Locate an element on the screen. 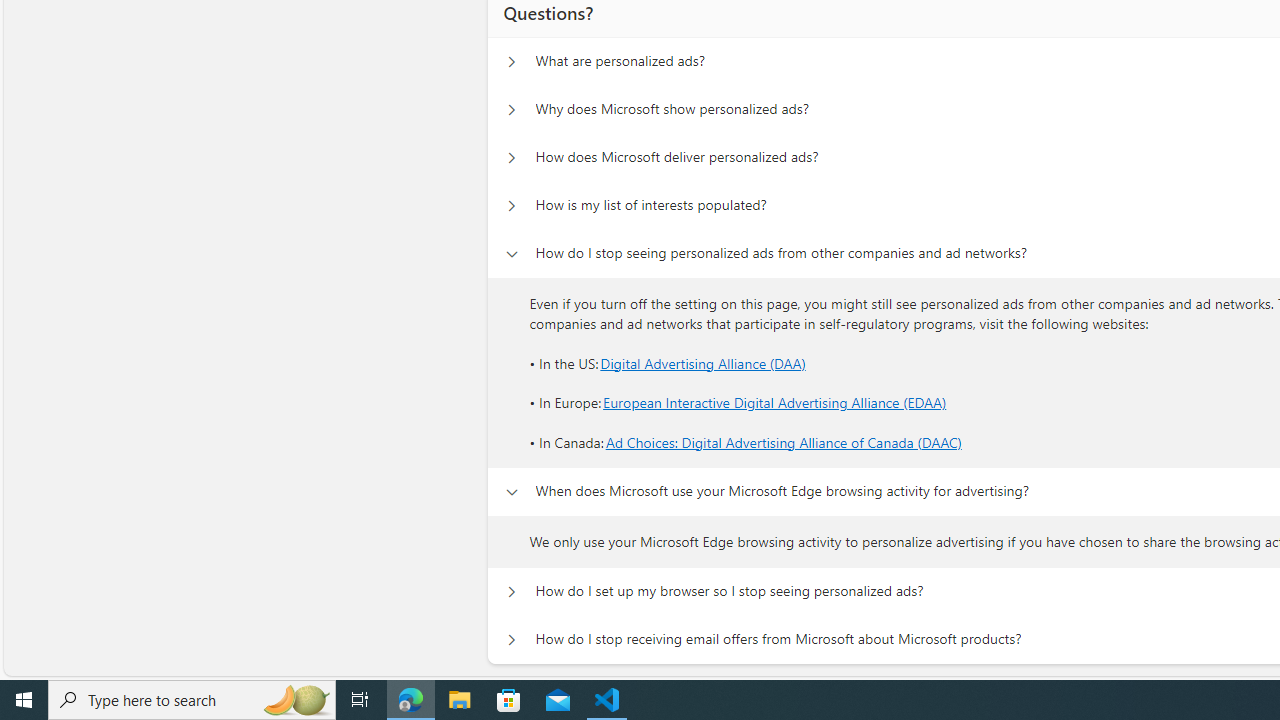 This screenshot has width=1280, height=720. 'Digital Advertising Alliance (DAA)' is located at coordinates (703, 362).